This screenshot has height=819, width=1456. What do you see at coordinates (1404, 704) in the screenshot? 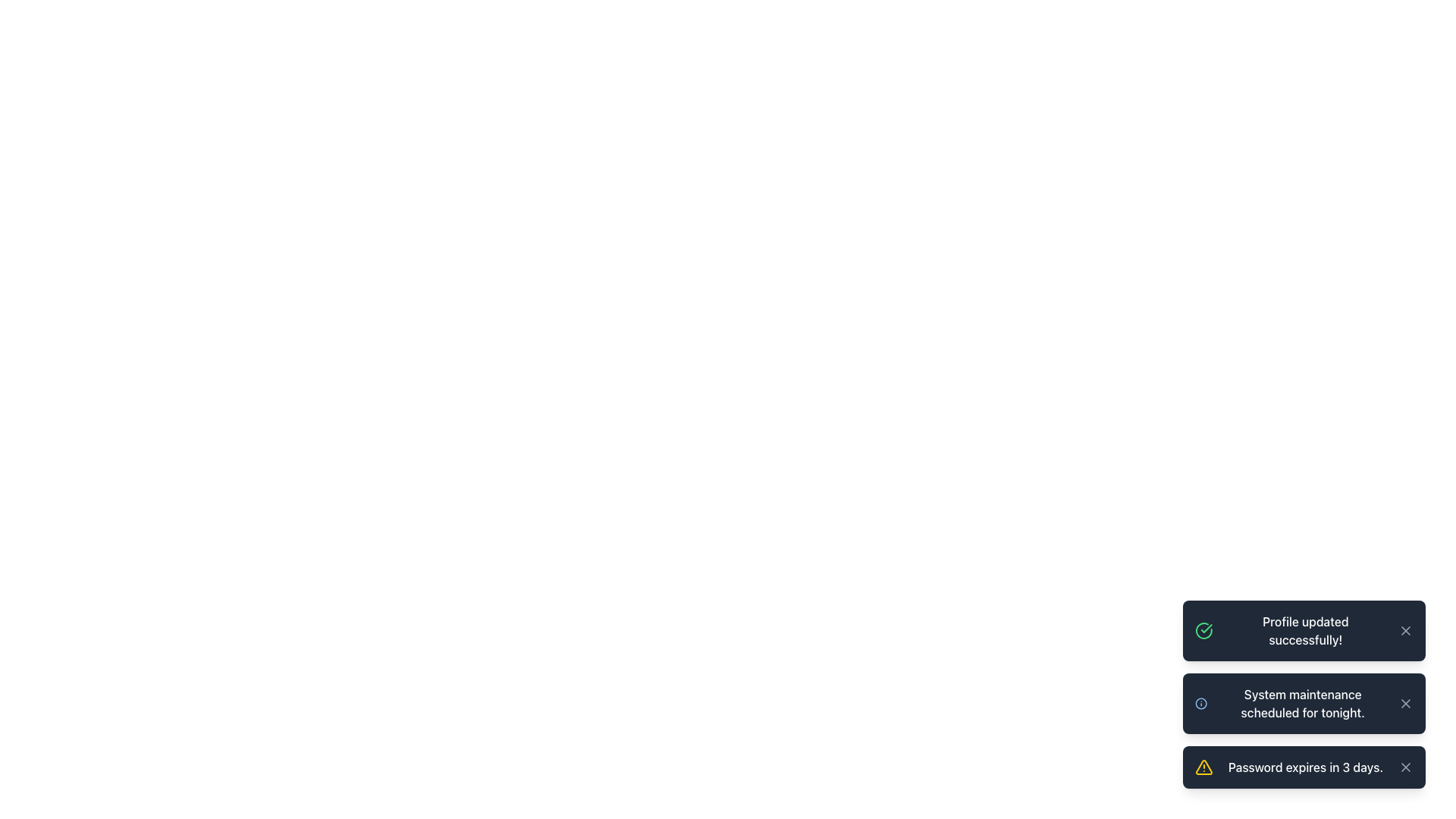
I see `the close (X) button in the top-right corner of the notification card` at bounding box center [1404, 704].